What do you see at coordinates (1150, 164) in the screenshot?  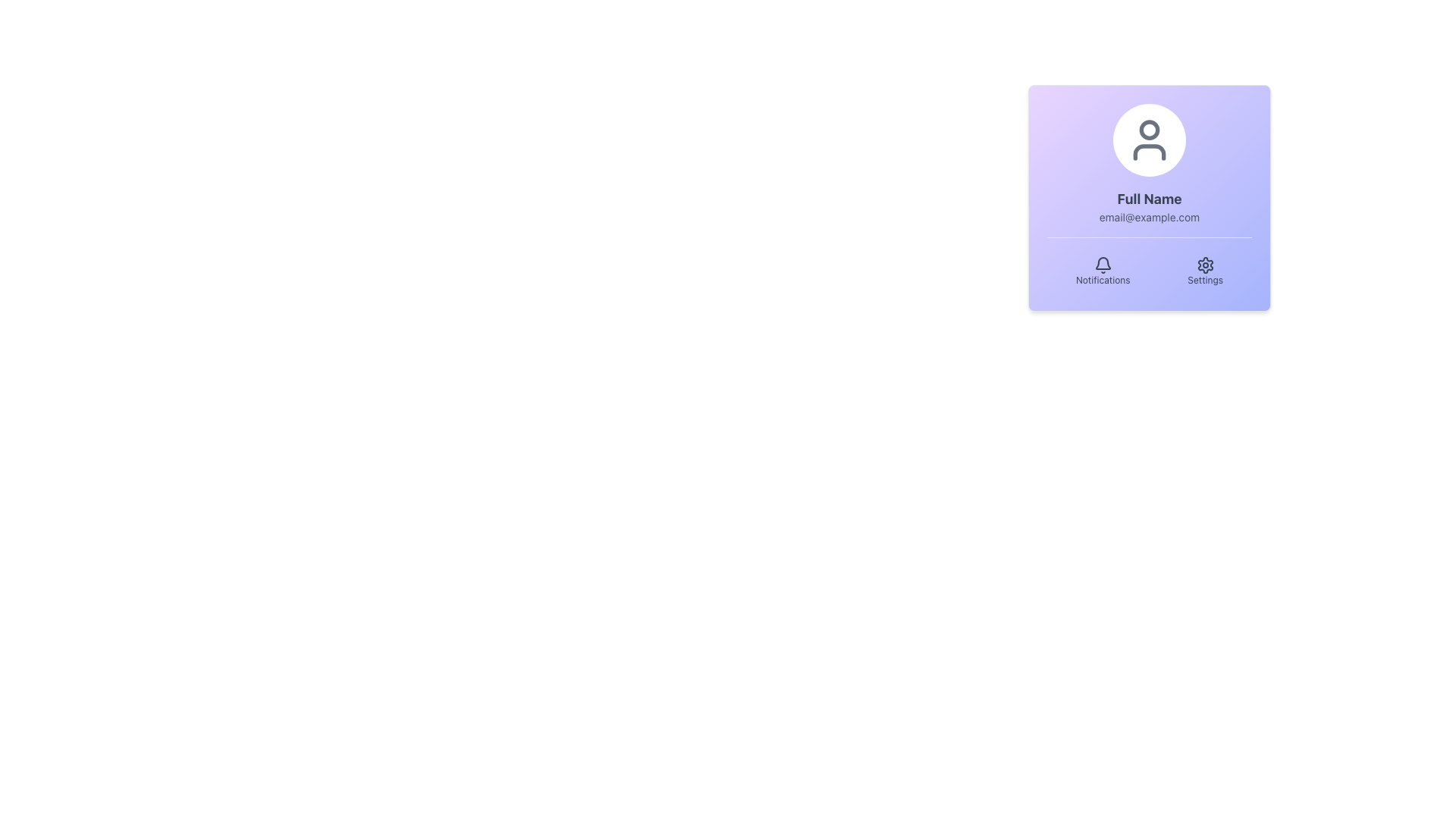 I see `the Profile Card element displaying the user's profile name and email address, located in the top-center area of the card component with a gradient purple background` at bounding box center [1150, 164].